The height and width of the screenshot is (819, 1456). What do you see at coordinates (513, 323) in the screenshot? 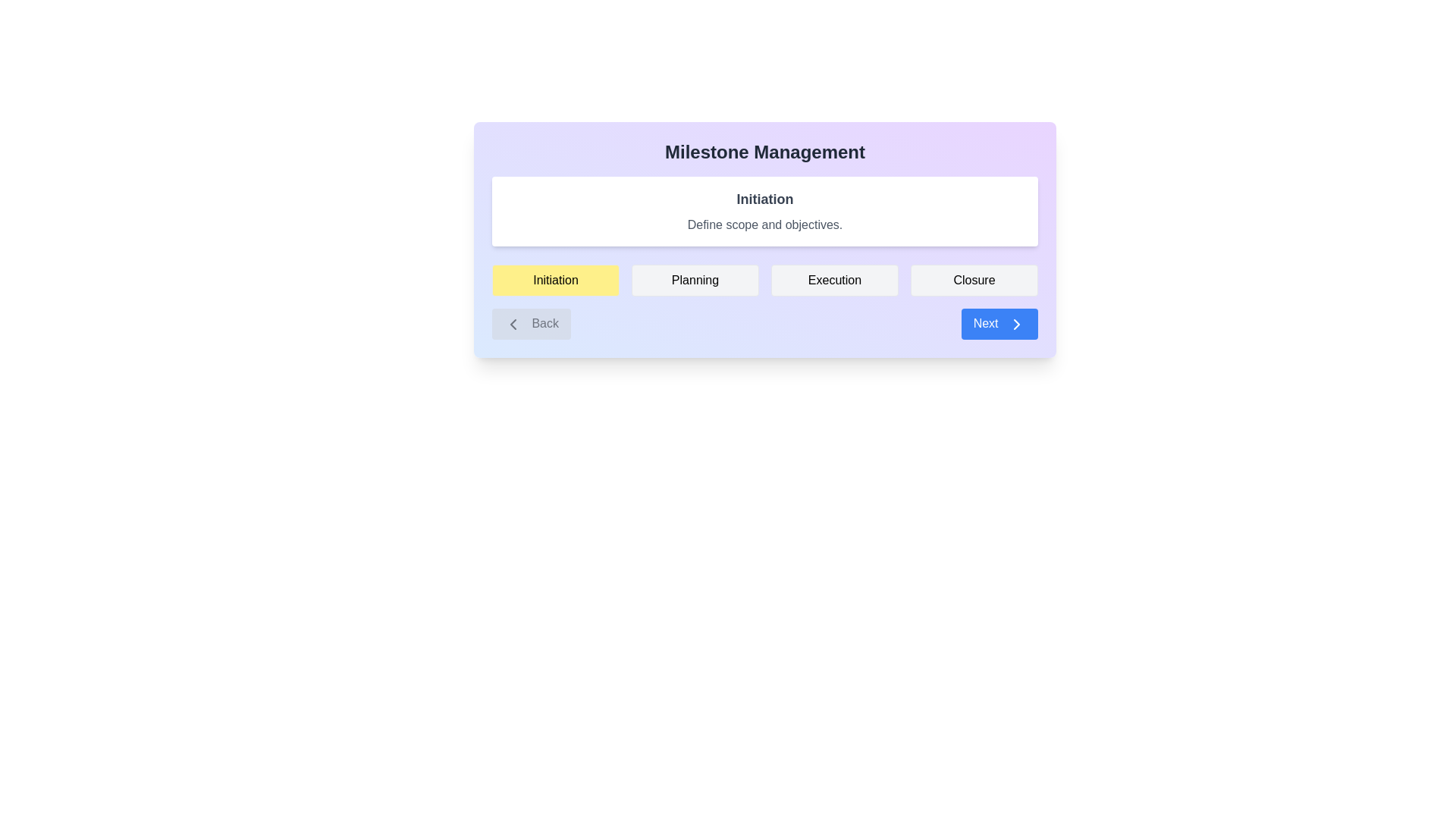
I see `the leftward-facing chevron arrow icon with the text 'Back' in the bottom left region of the 'Milestone Management' panel` at bounding box center [513, 323].